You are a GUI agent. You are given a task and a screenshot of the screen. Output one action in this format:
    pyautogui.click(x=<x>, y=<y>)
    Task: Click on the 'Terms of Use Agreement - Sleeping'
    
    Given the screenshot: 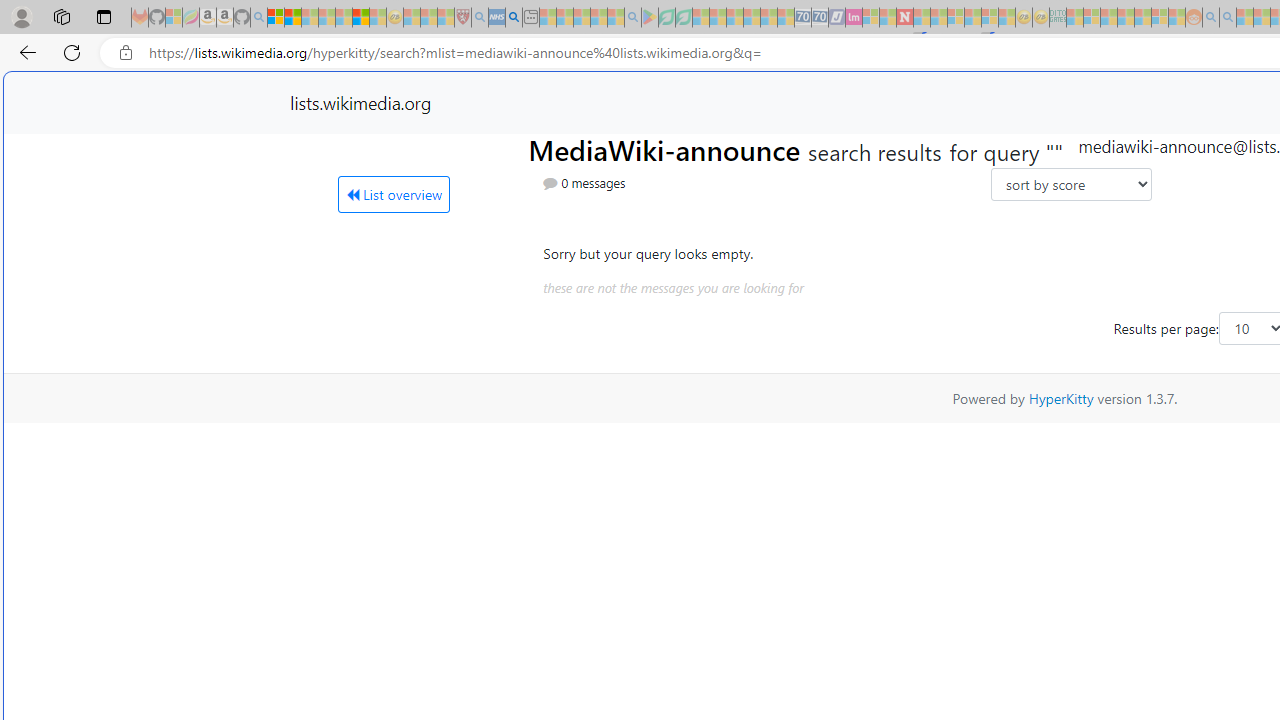 What is the action you would take?
    pyautogui.click(x=666, y=17)
    